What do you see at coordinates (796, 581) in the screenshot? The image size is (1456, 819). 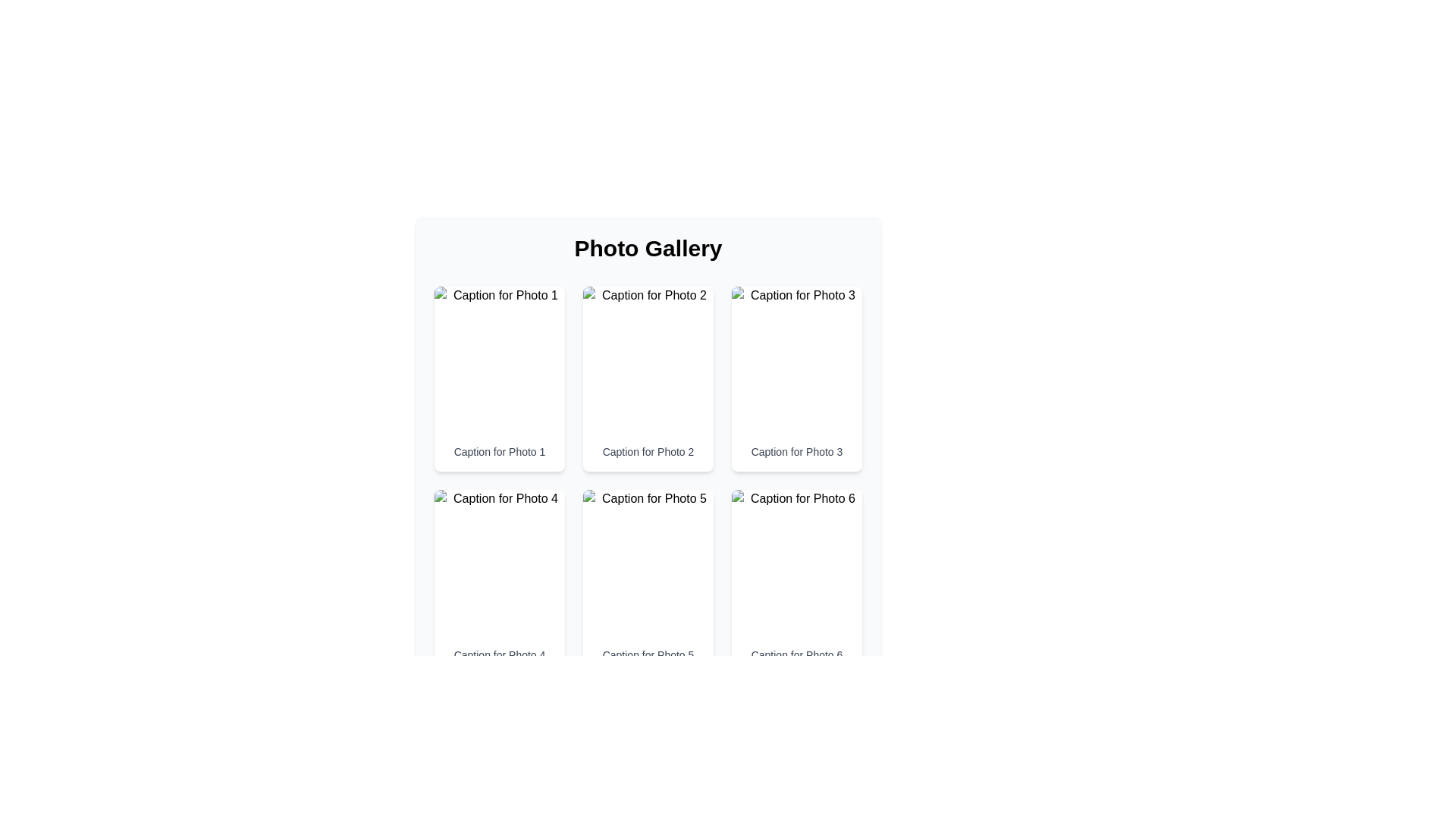 I see `the sixth card in the grid, which contains an image labeled 'Photo6' and a caption 'Caption for Photo 6', positioned in the third column and second row` at bounding box center [796, 581].